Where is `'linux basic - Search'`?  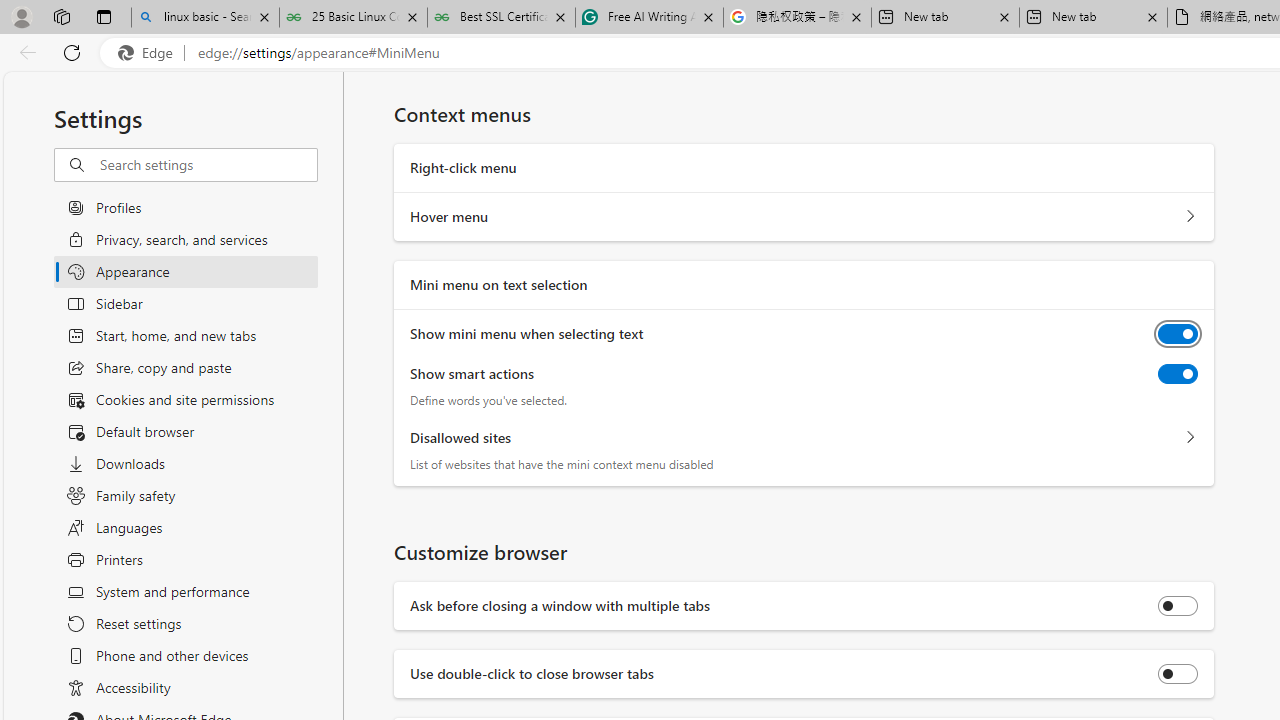 'linux basic - Search' is located at coordinates (205, 17).